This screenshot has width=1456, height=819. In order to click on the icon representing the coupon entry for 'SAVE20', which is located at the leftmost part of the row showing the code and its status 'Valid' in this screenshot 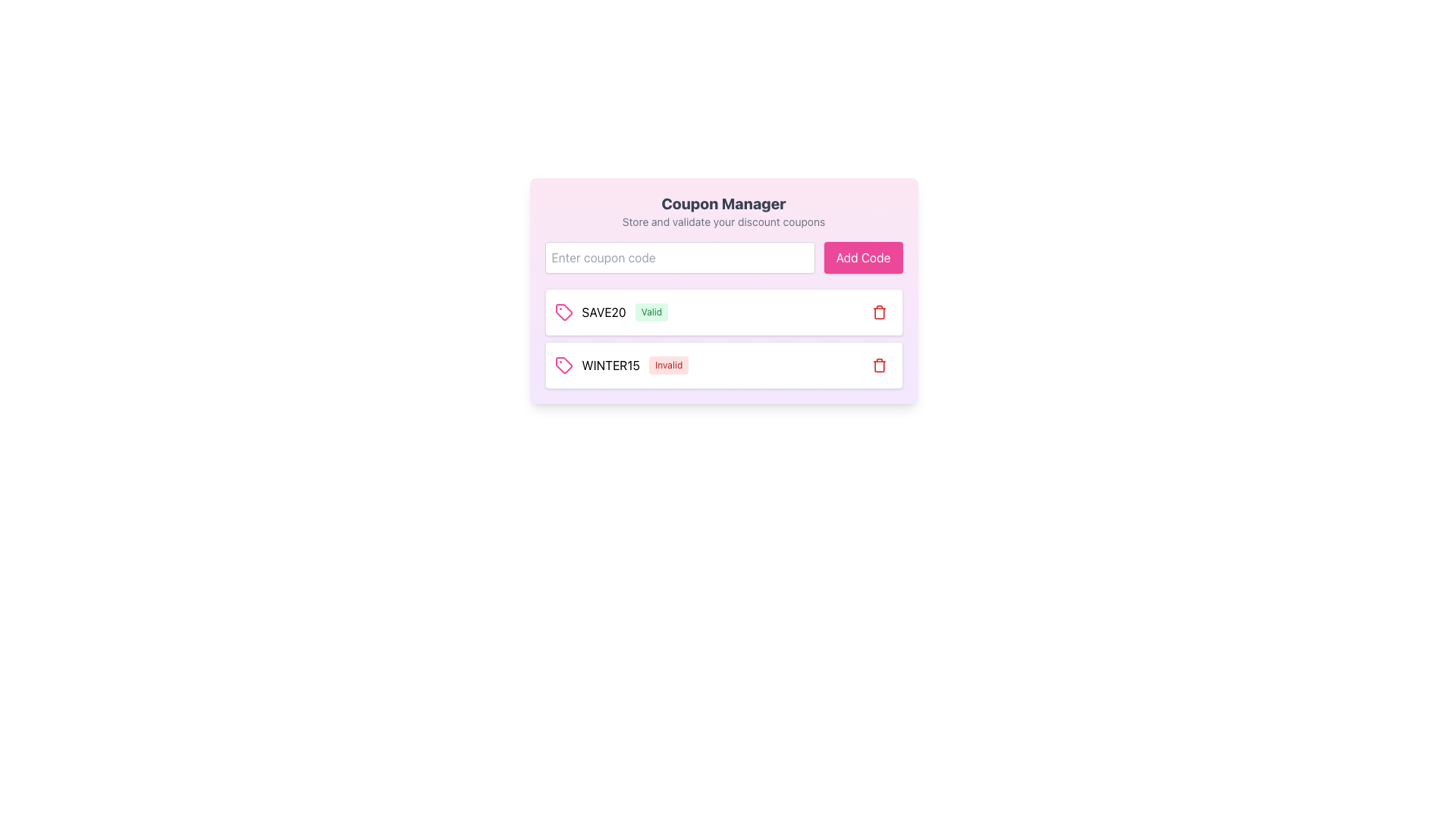, I will do `click(563, 312)`.